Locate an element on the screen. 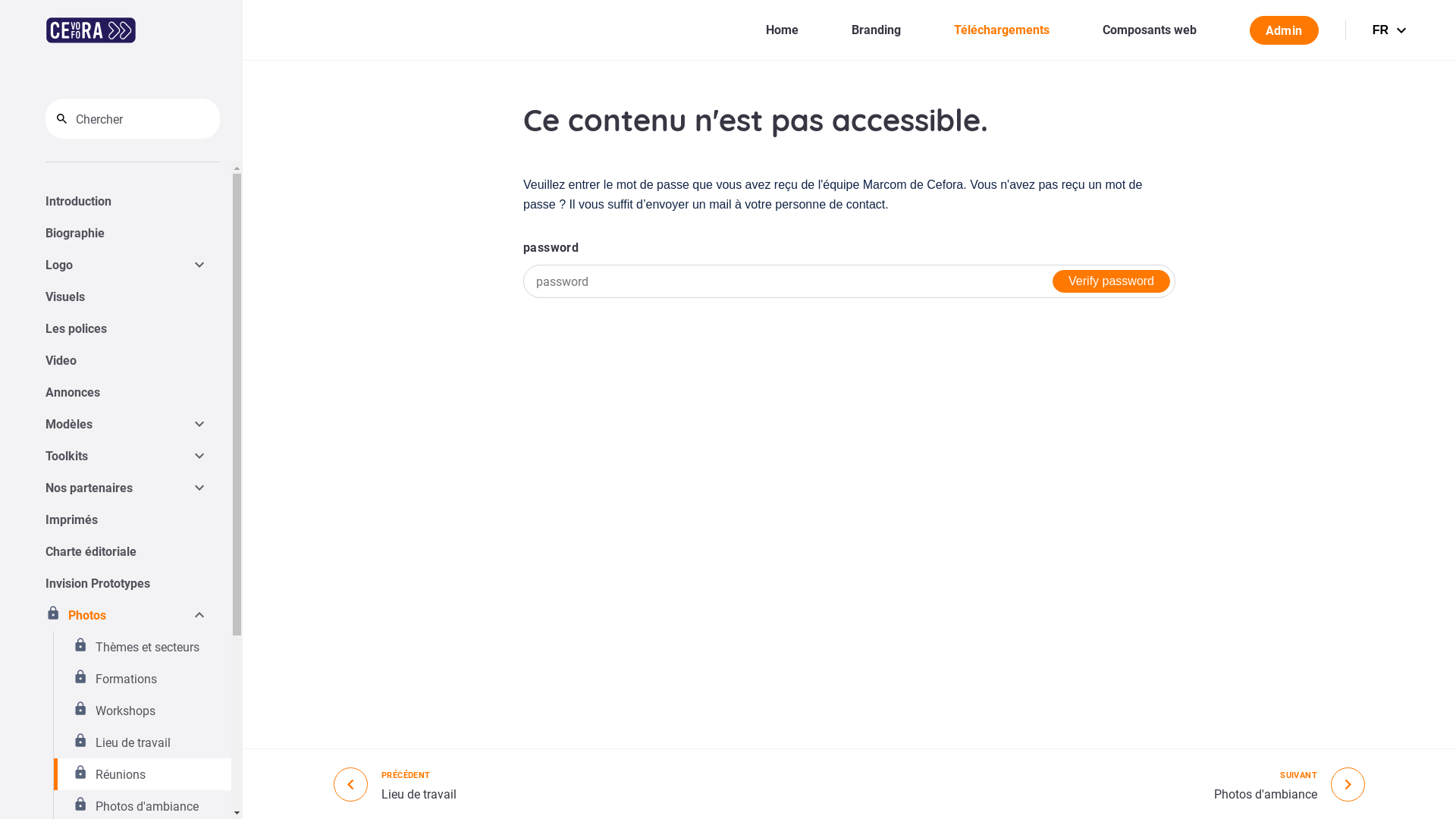  'Annonces' is located at coordinates (45, 391).